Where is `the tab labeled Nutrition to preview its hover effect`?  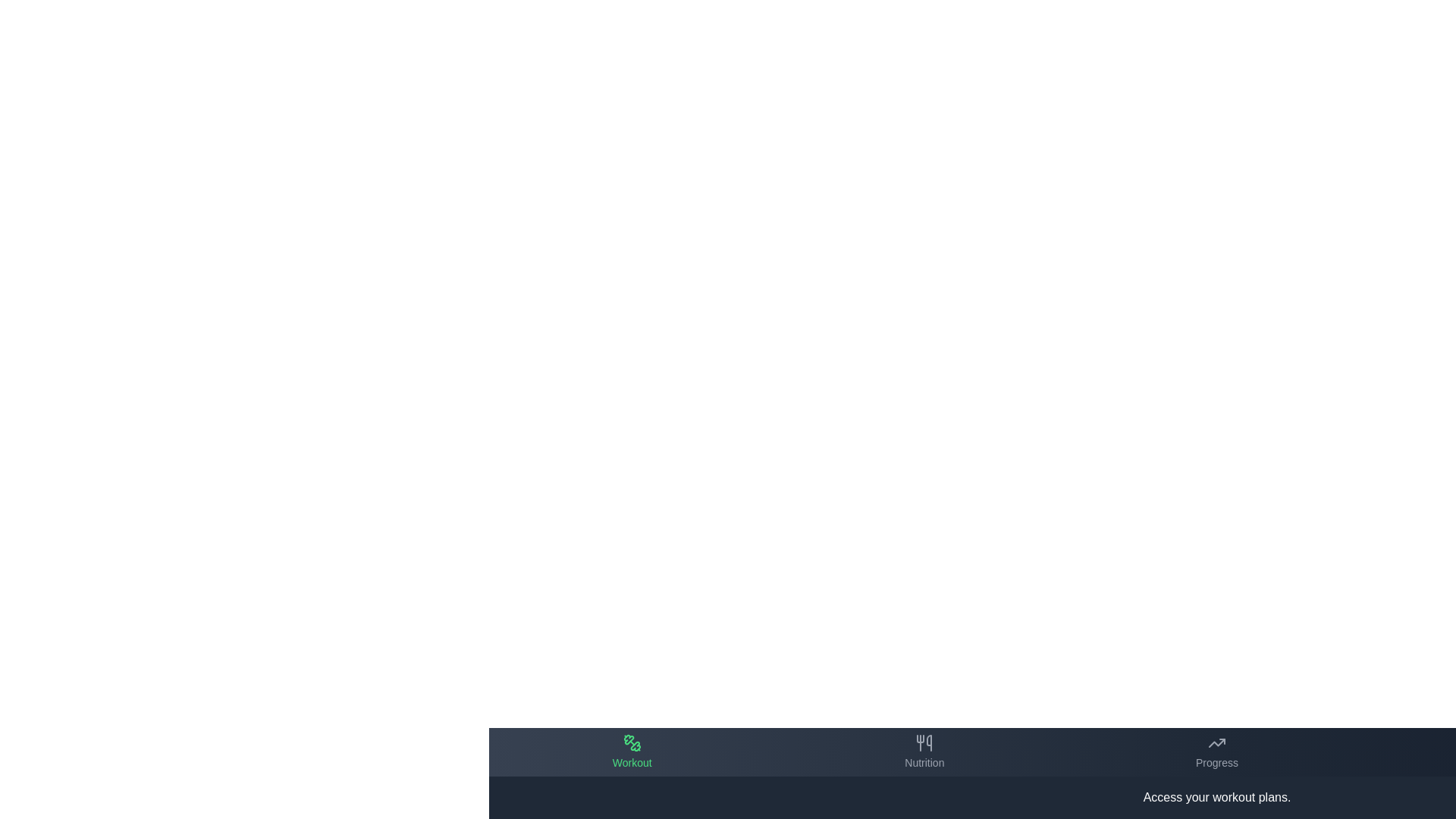
the tab labeled Nutrition to preview its hover effect is located at coordinates (924, 752).